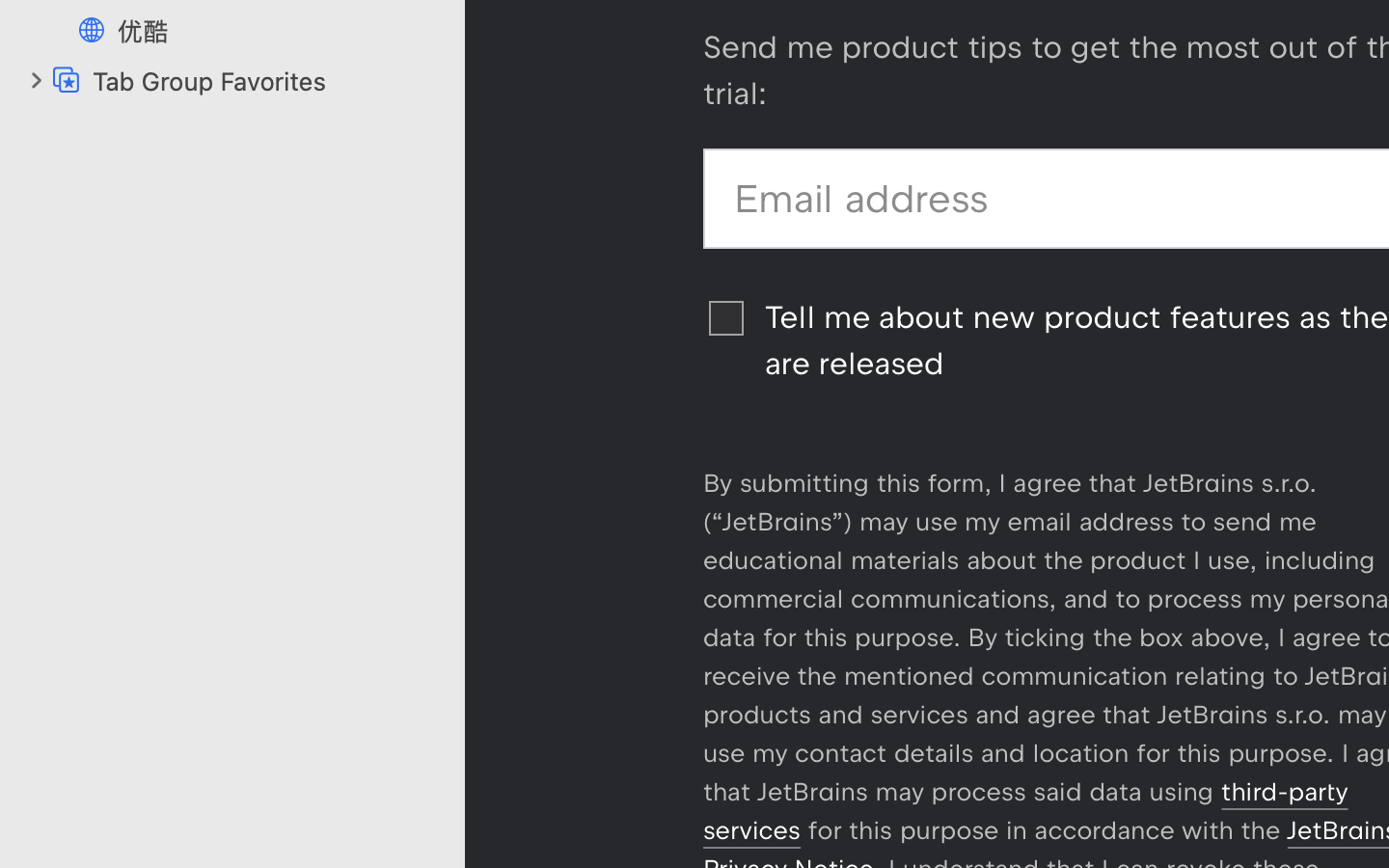 The width and height of the screenshot is (1389, 868). What do you see at coordinates (1025, 810) in the screenshot?
I see `'third-party services'` at bounding box center [1025, 810].